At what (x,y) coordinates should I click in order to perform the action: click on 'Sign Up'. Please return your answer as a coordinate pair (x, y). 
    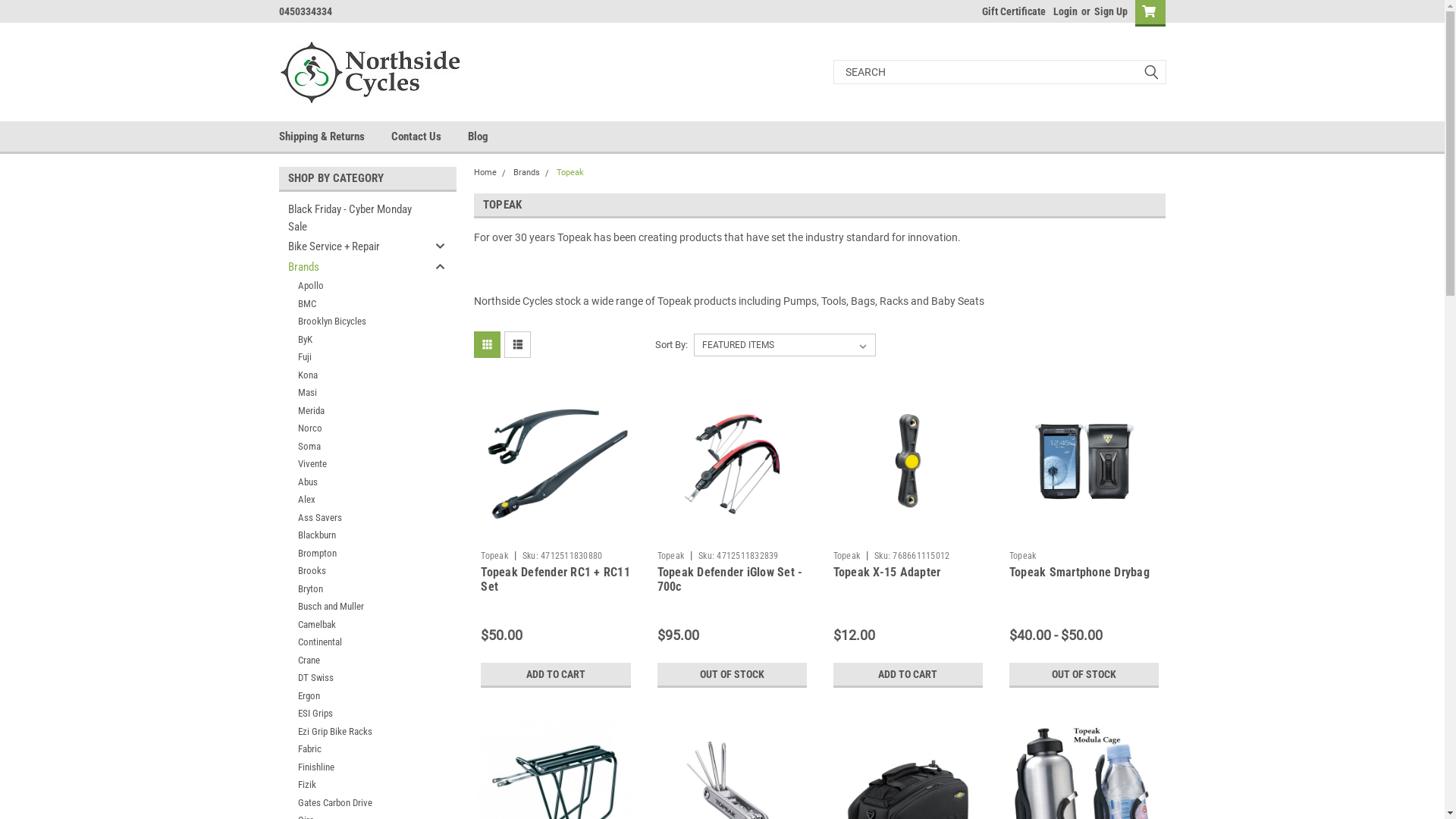
    Looking at the image, I should click on (1090, 11).